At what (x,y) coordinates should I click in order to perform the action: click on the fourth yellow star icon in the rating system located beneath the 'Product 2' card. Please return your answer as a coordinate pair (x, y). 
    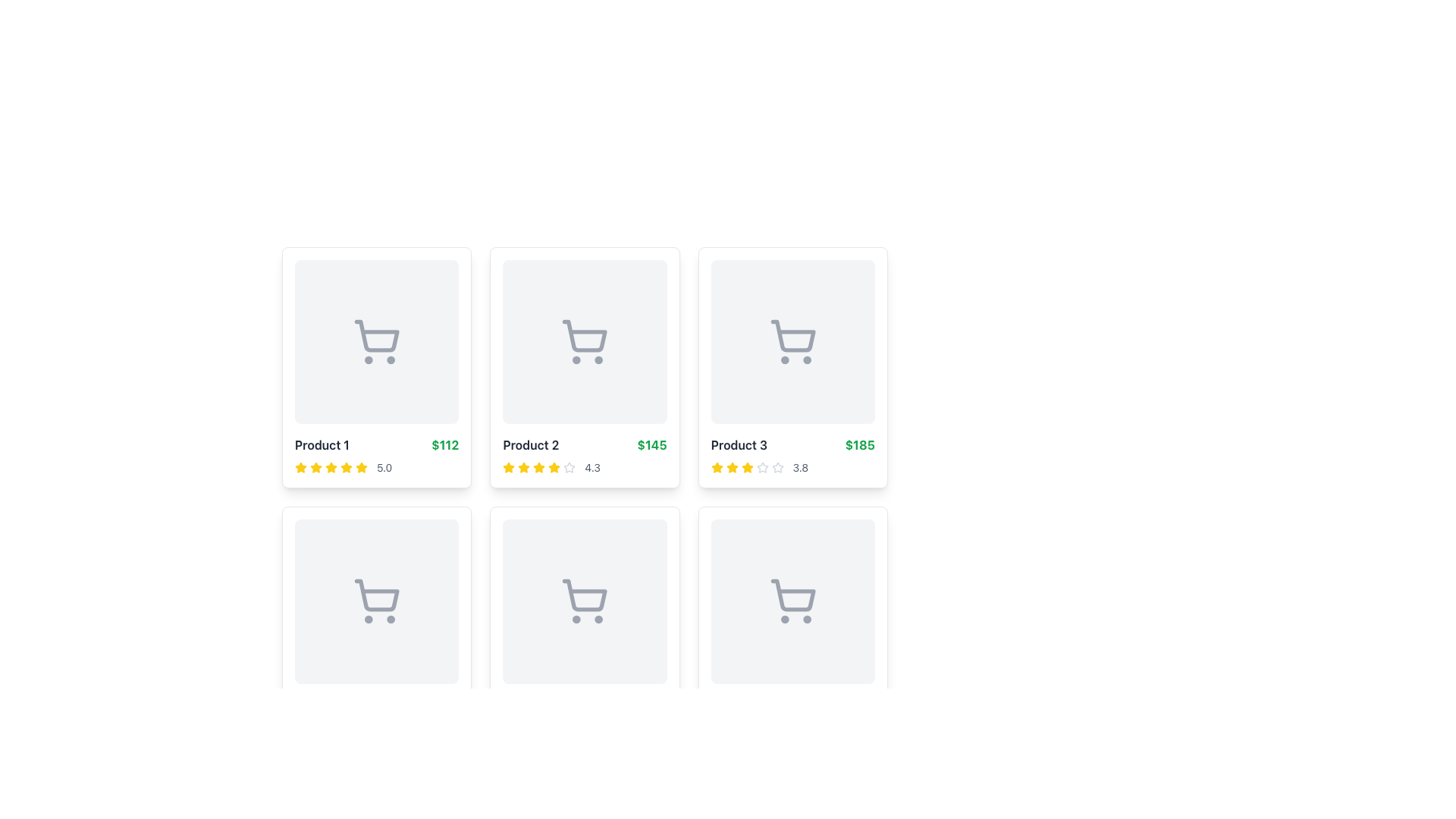
    Looking at the image, I should click on (539, 467).